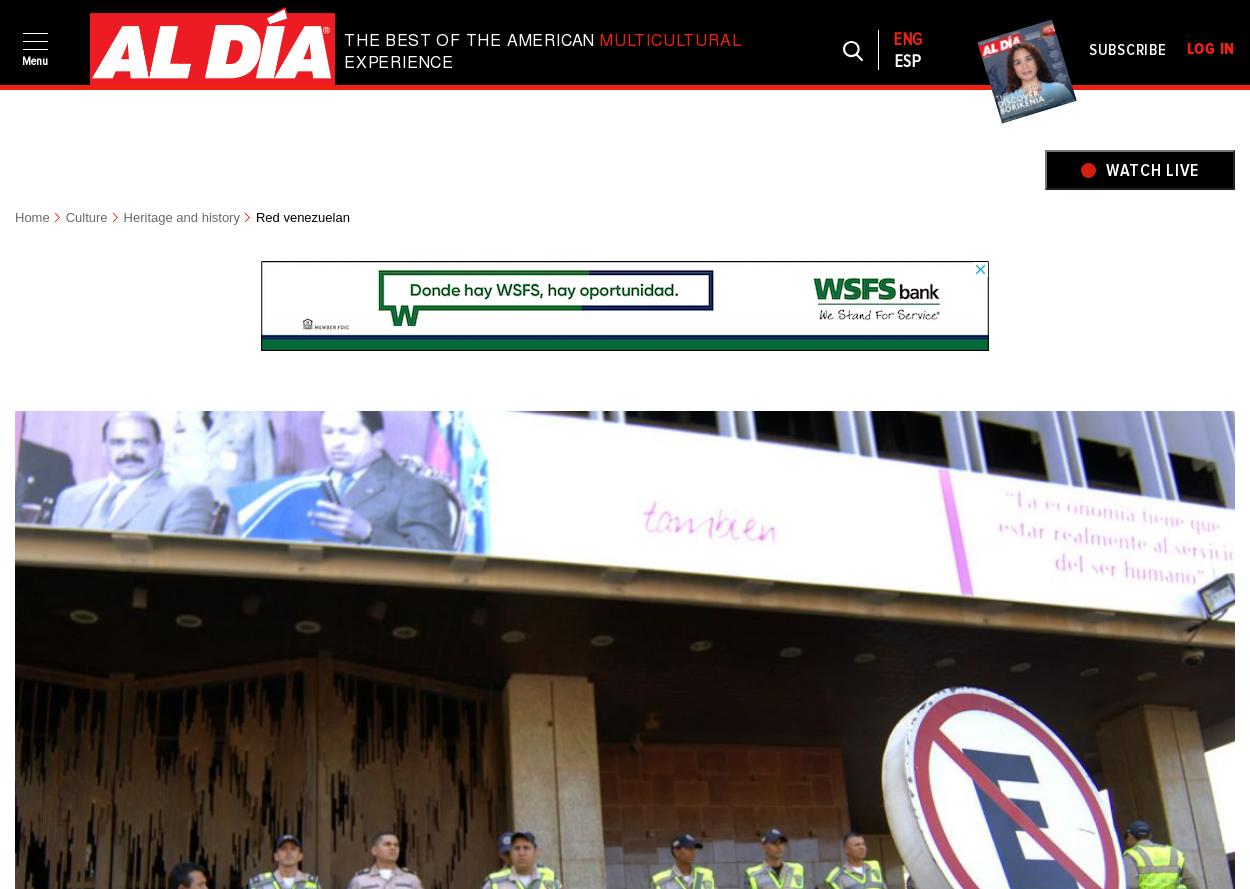  What do you see at coordinates (1104, 168) in the screenshot?
I see `'WATCH LIVE'` at bounding box center [1104, 168].